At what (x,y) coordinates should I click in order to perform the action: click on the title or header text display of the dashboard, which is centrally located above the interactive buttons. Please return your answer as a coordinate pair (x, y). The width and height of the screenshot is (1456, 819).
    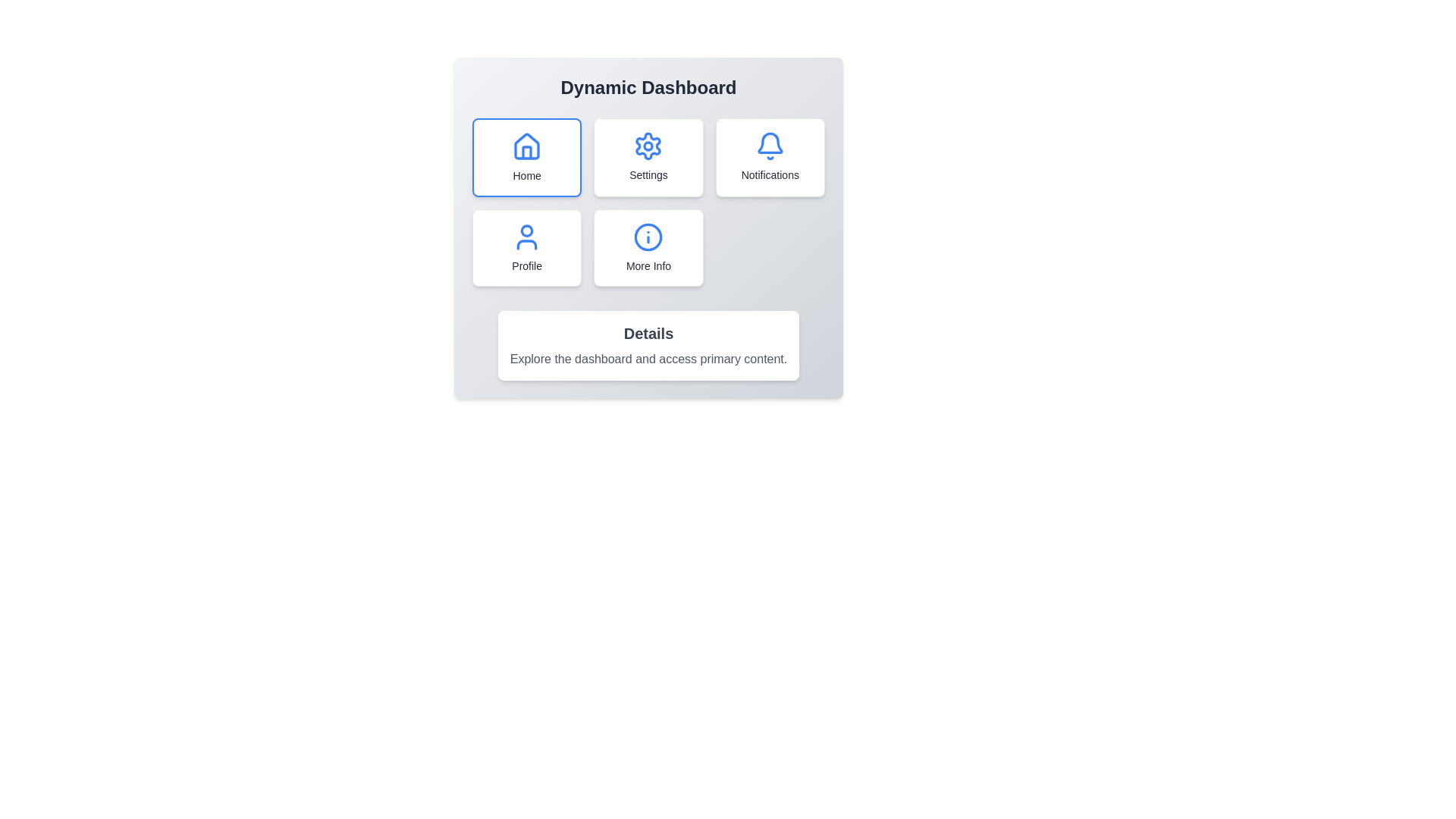
    Looking at the image, I should click on (648, 87).